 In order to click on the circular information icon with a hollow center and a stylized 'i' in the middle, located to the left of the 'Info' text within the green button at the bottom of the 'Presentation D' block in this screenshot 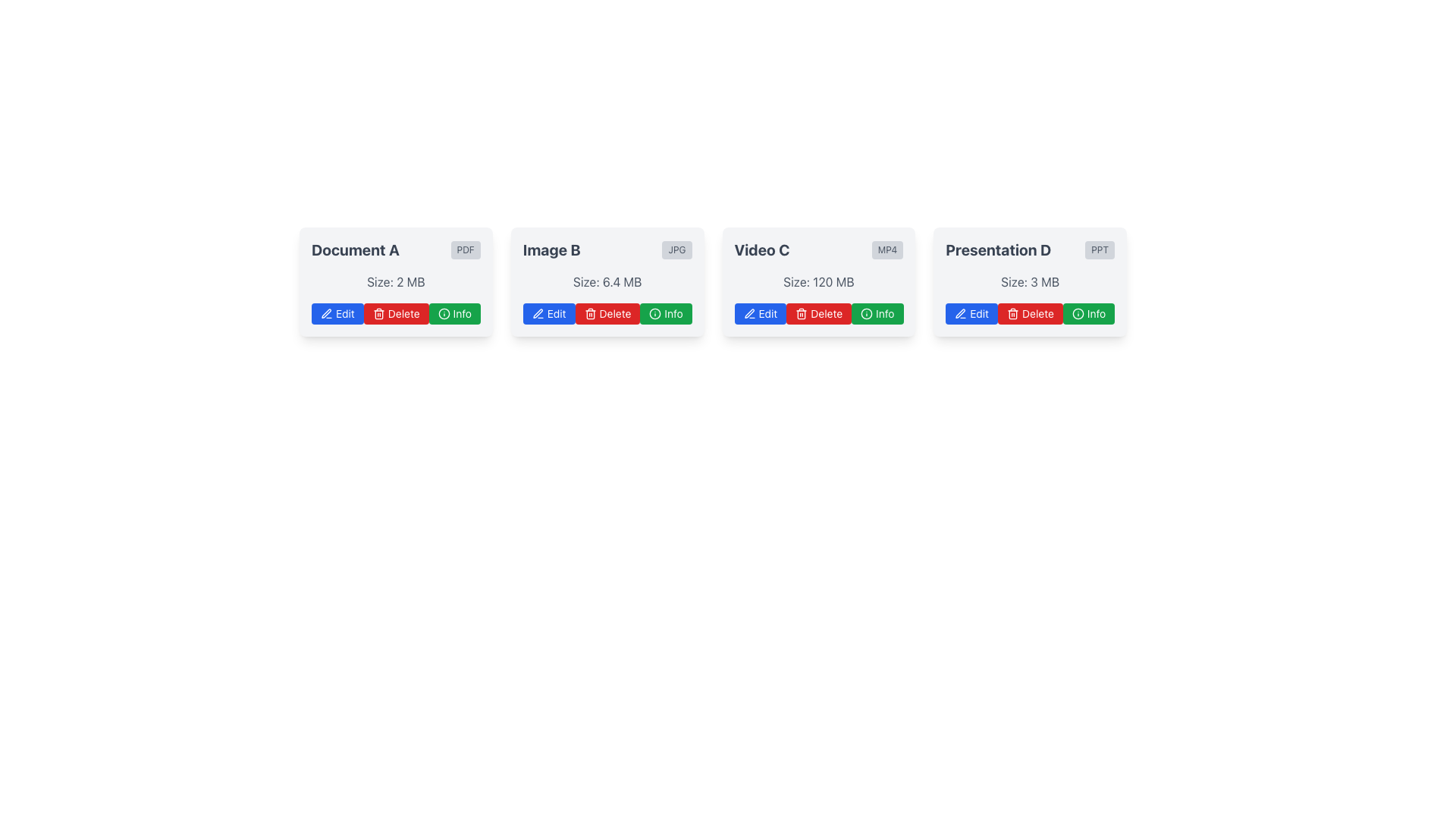, I will do `click(1077, 312)`.